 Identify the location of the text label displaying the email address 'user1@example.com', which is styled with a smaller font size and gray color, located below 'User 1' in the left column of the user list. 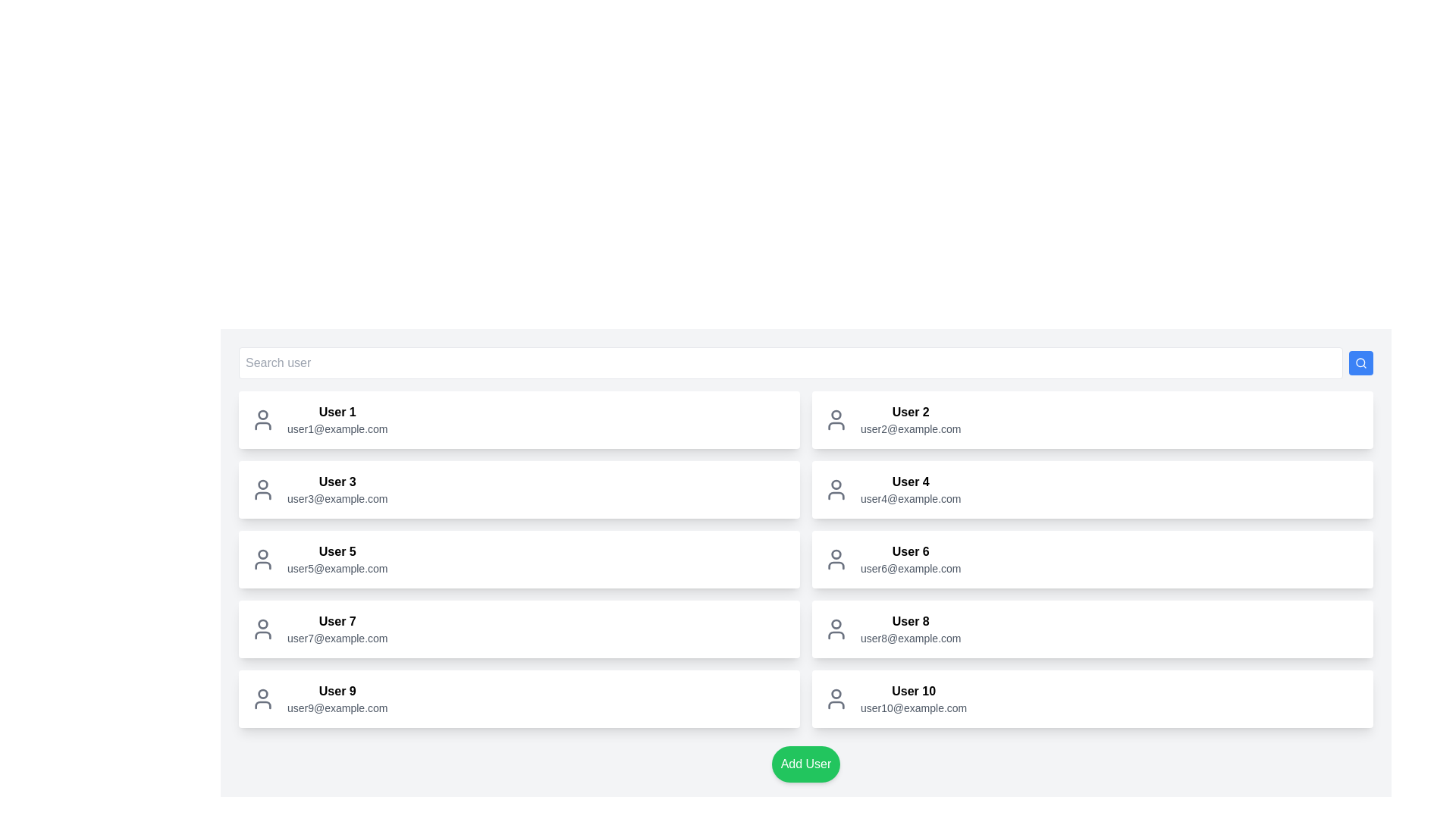
(337, 429).